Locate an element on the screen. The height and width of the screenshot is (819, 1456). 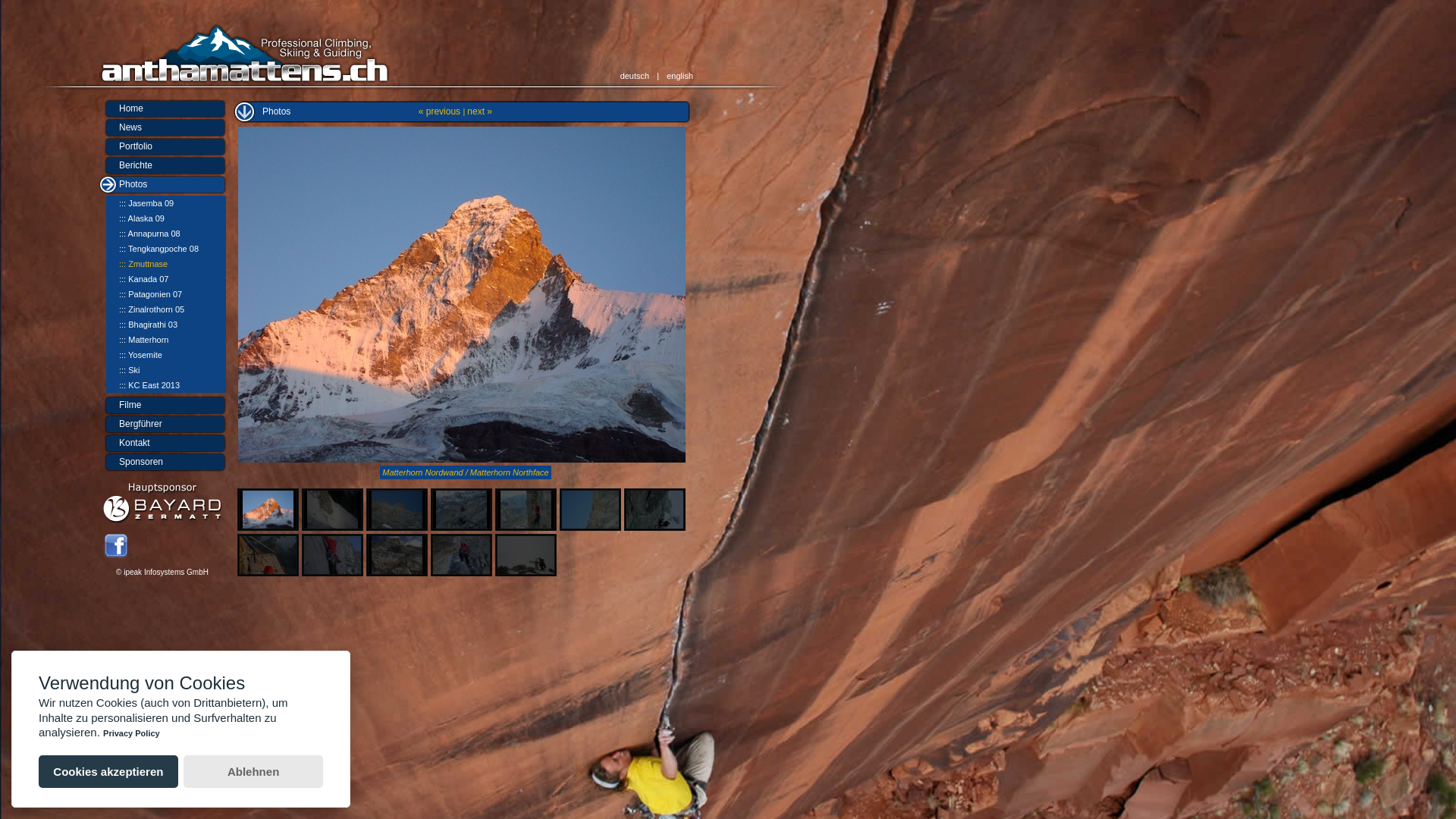
'Sponsoren' is located at coordinates (130, 461).